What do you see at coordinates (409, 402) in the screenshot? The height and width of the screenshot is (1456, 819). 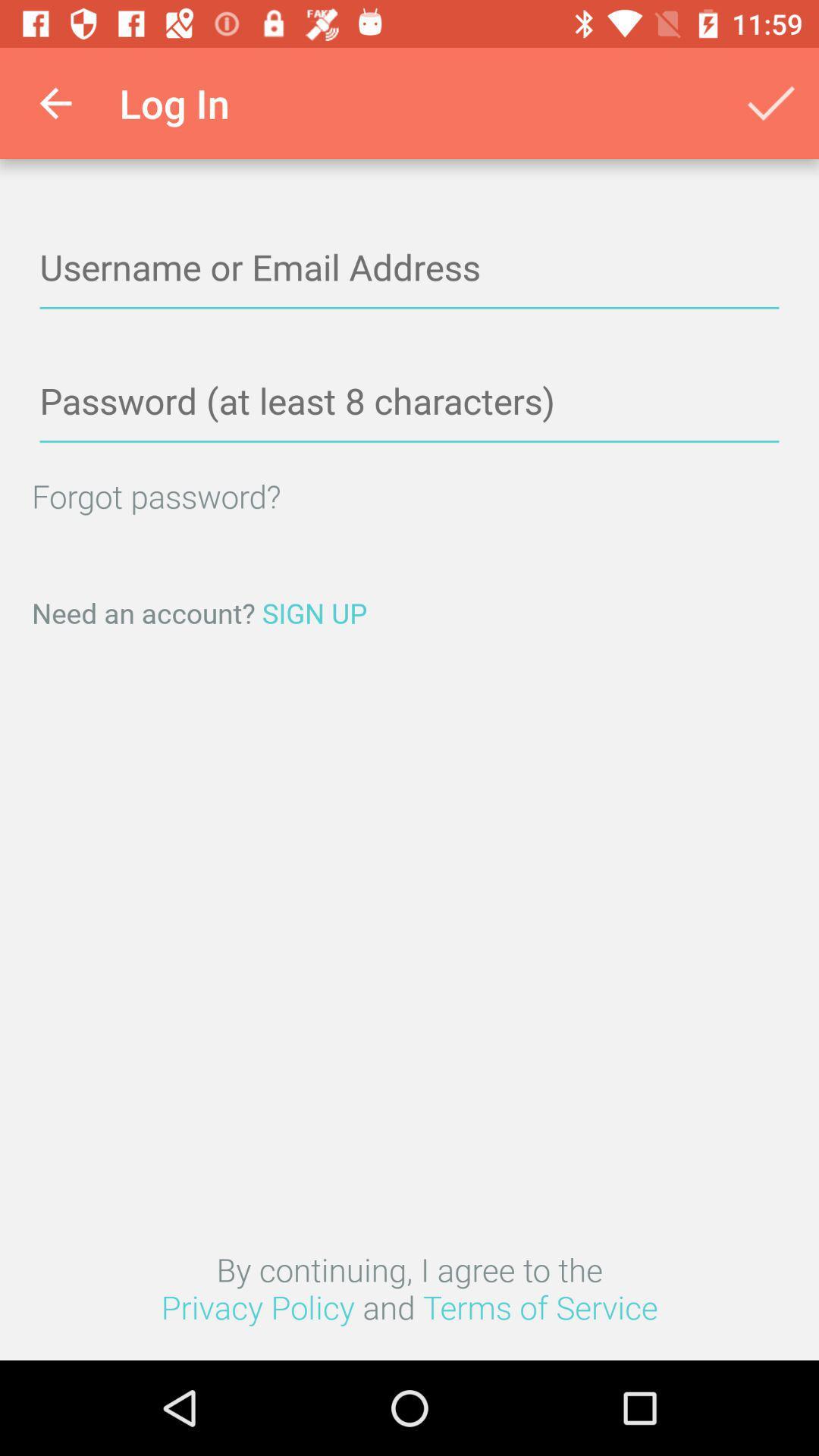 I see `password` at bounding box center [409, 402].